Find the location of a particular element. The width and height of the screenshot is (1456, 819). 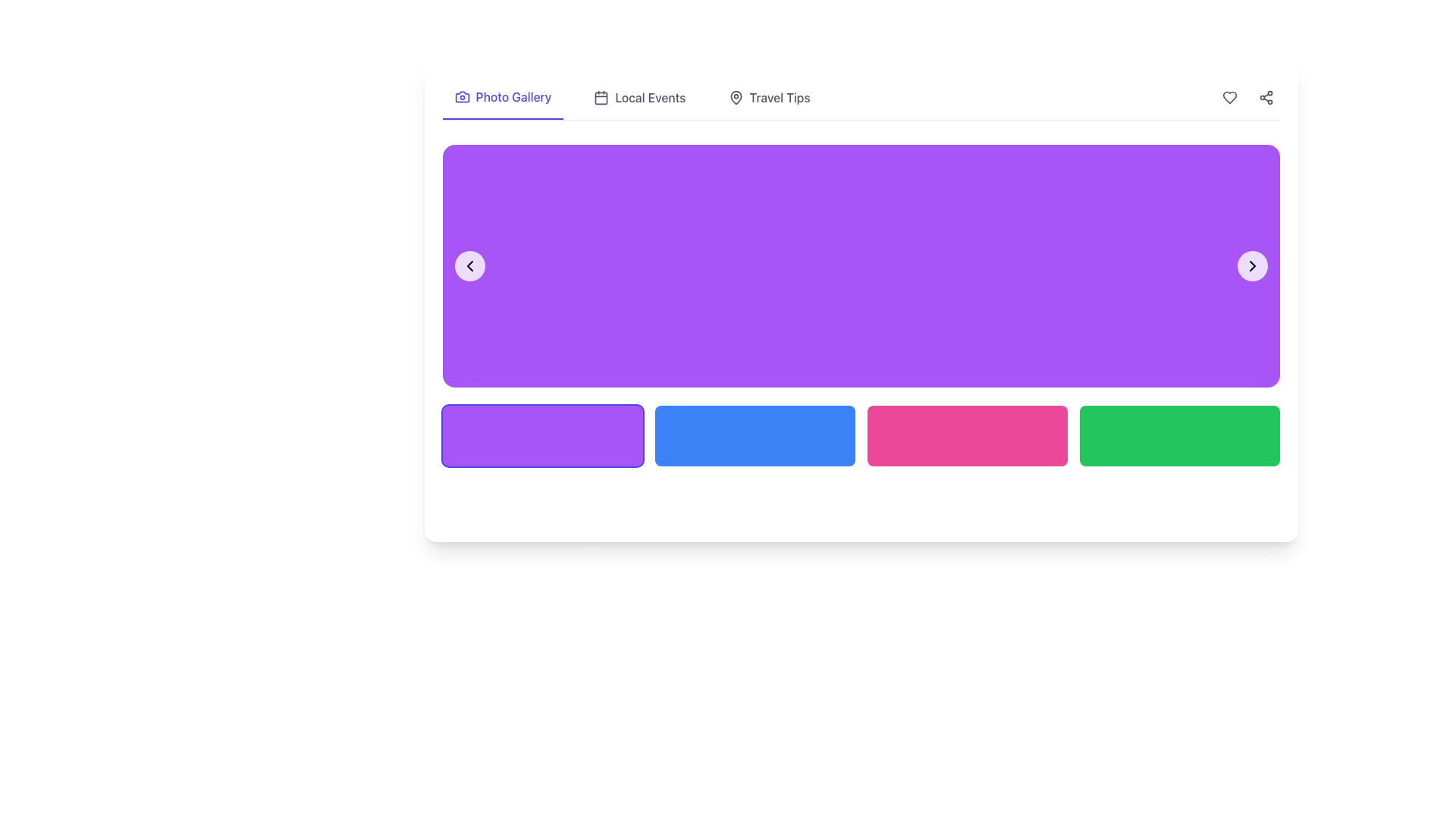

the circular button with a white semi-transparent background and a right-pointing chevron icon inside is located at coordinates (1252, 265).